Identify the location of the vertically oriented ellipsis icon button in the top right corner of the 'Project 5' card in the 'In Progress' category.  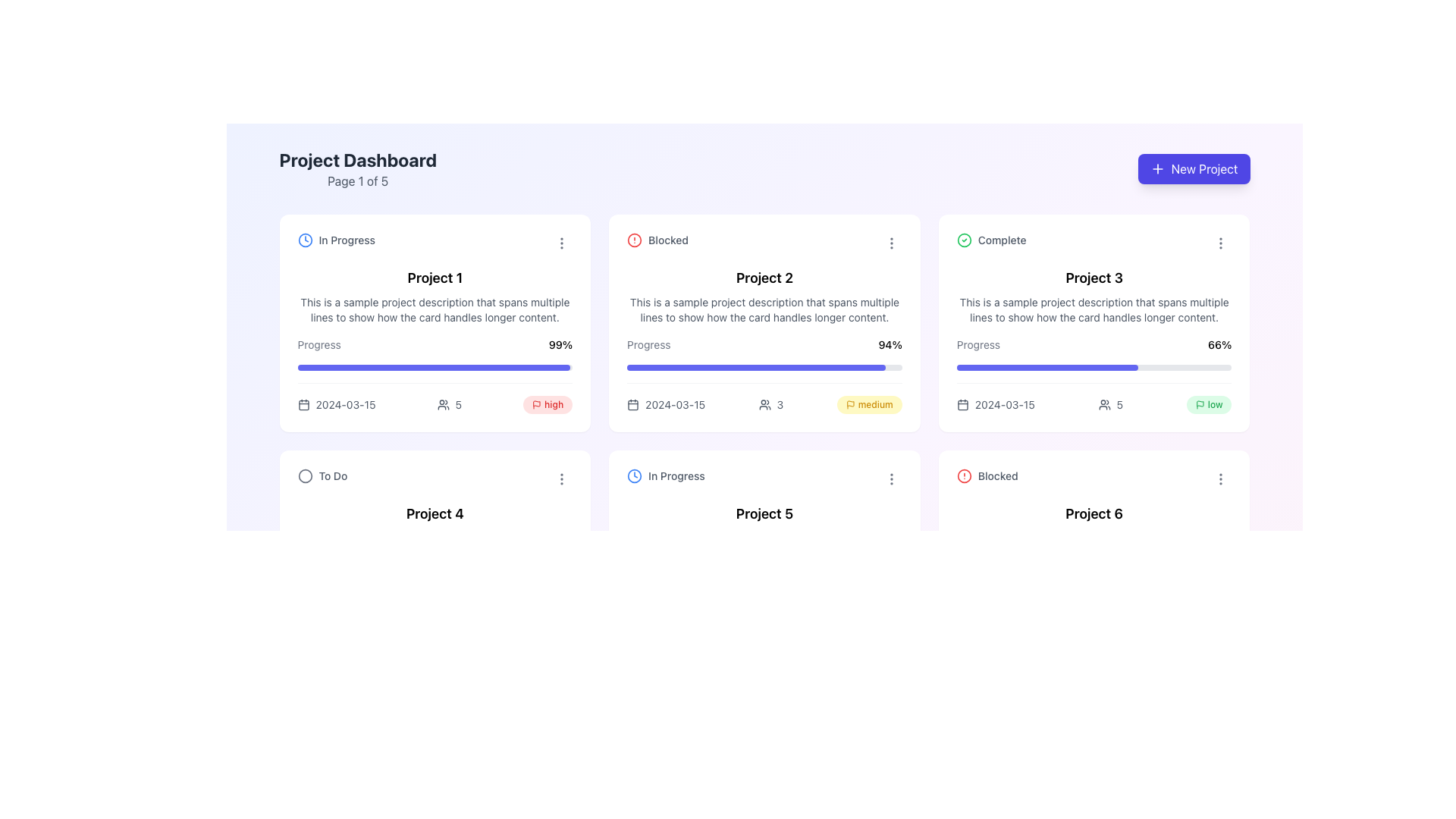
(891, 479).